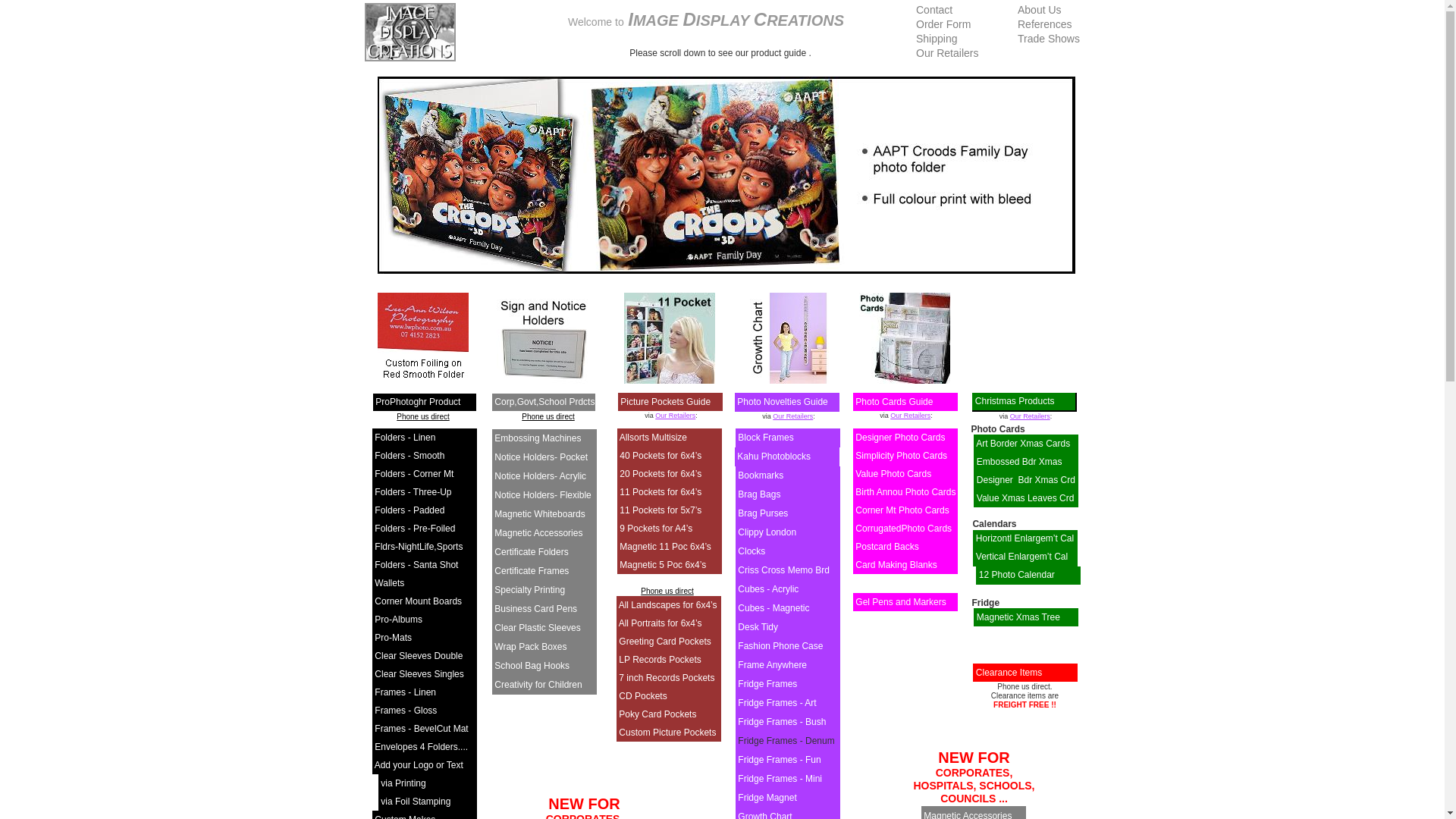 The height and width of the screenshot is (819, 1456). Describe the element at coordinates (934, 9) in the screenshot. I see `'Contact'` at that location.